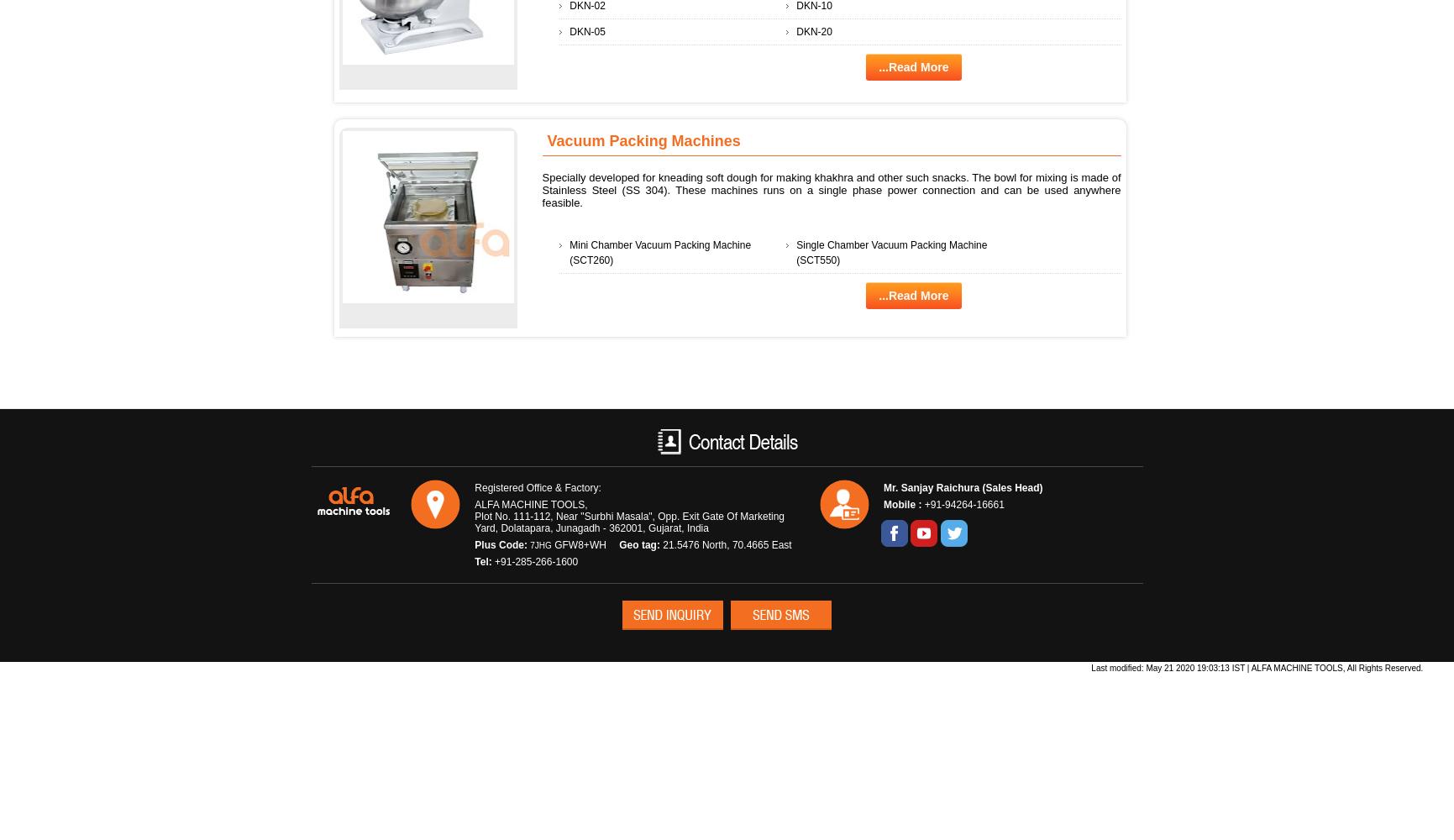 This screenshot has height=840, width=1454. What do you see at coordinates (550, 544) in the screenshot?
I see `'GFW8+WH'` at bounding box center [550, 544].